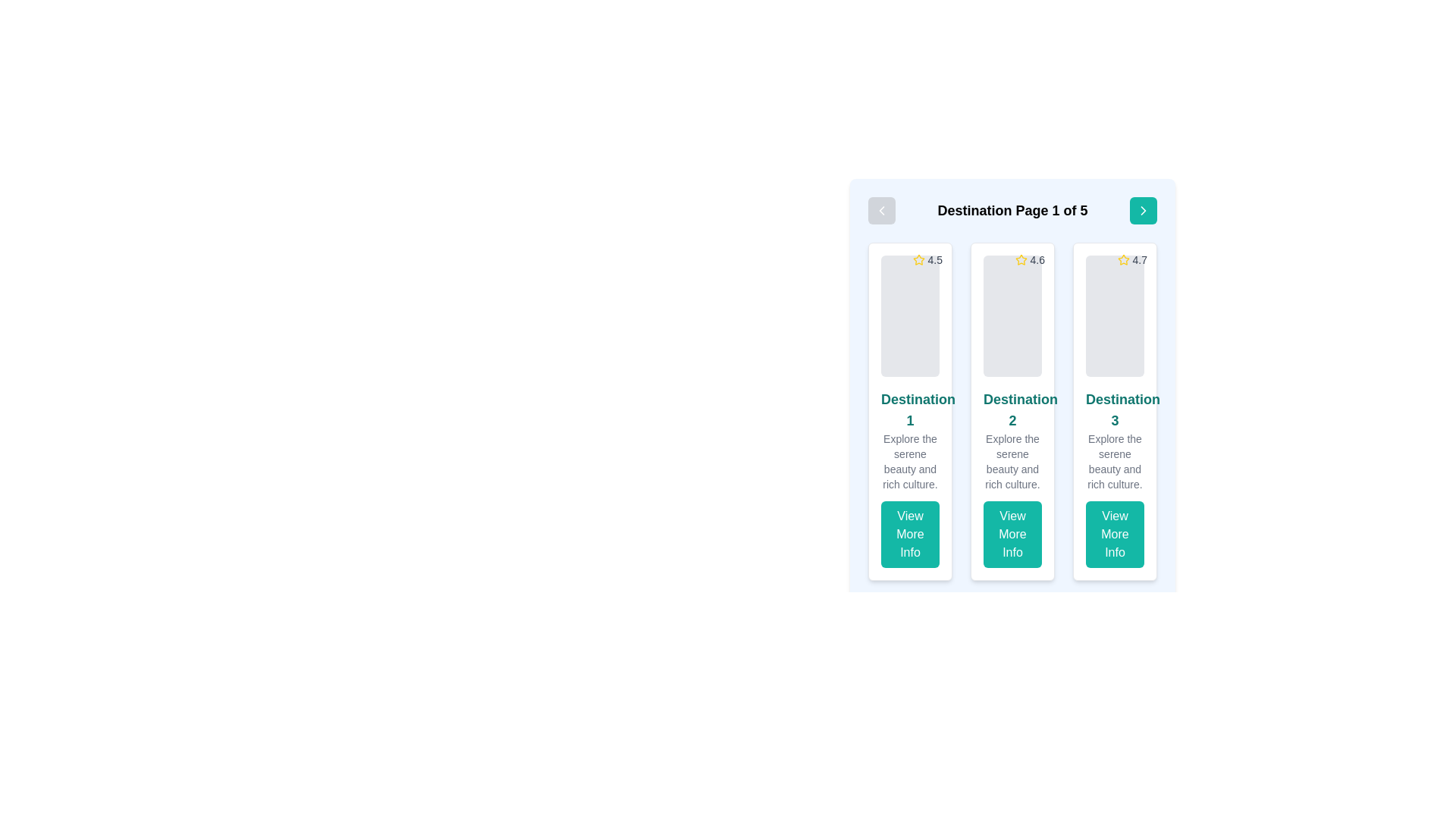  I want to click on the first card in the grid layout, which has a white background, rounded corners, a yellow star with a rating of 4.5, the text 'Destination 1' in teal bold font, and a teal button labeled 'View More Info', so click(910, 412).